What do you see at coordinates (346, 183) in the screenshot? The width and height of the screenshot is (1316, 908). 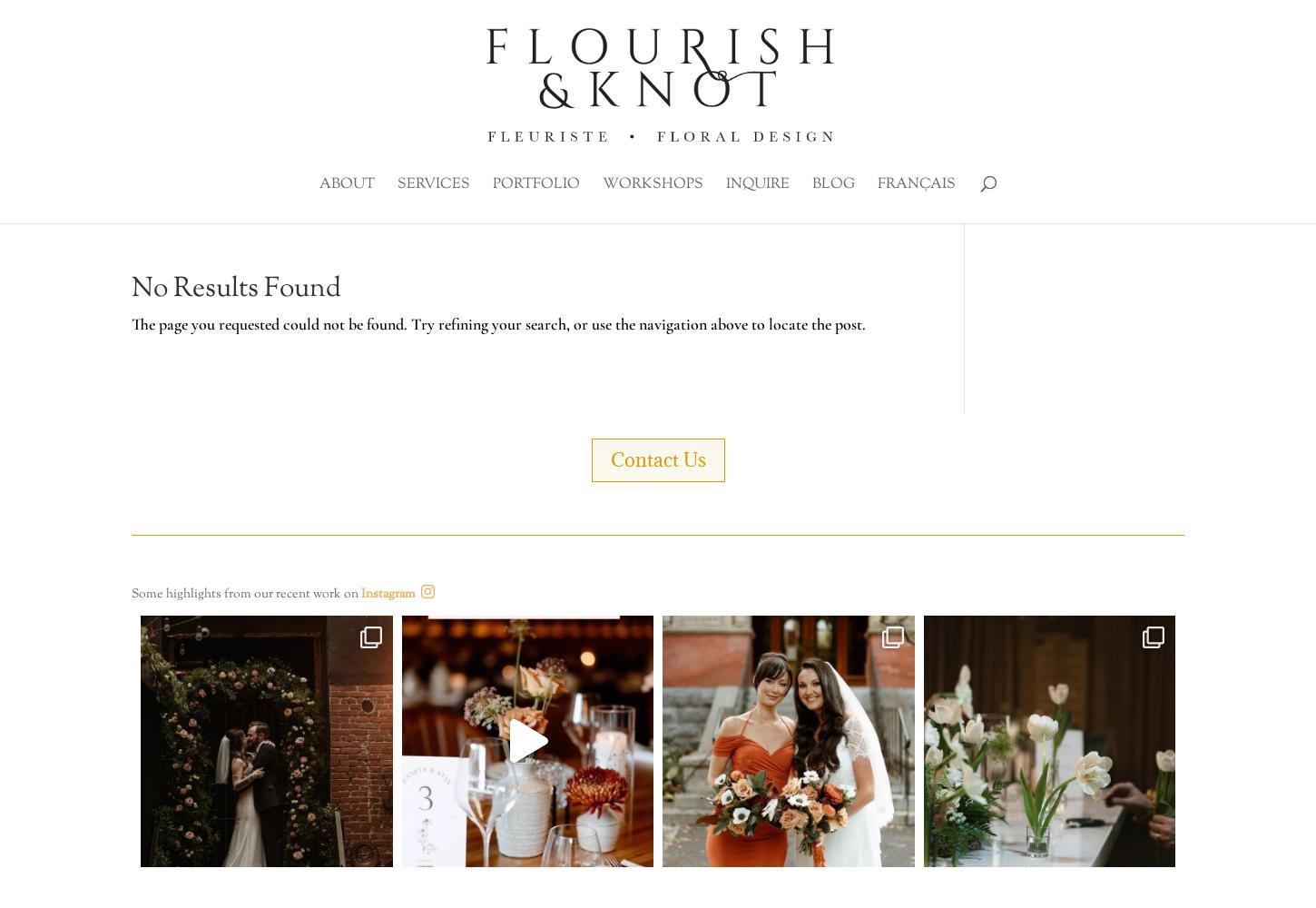 I see `'About'` at bounding box center [346, 183].